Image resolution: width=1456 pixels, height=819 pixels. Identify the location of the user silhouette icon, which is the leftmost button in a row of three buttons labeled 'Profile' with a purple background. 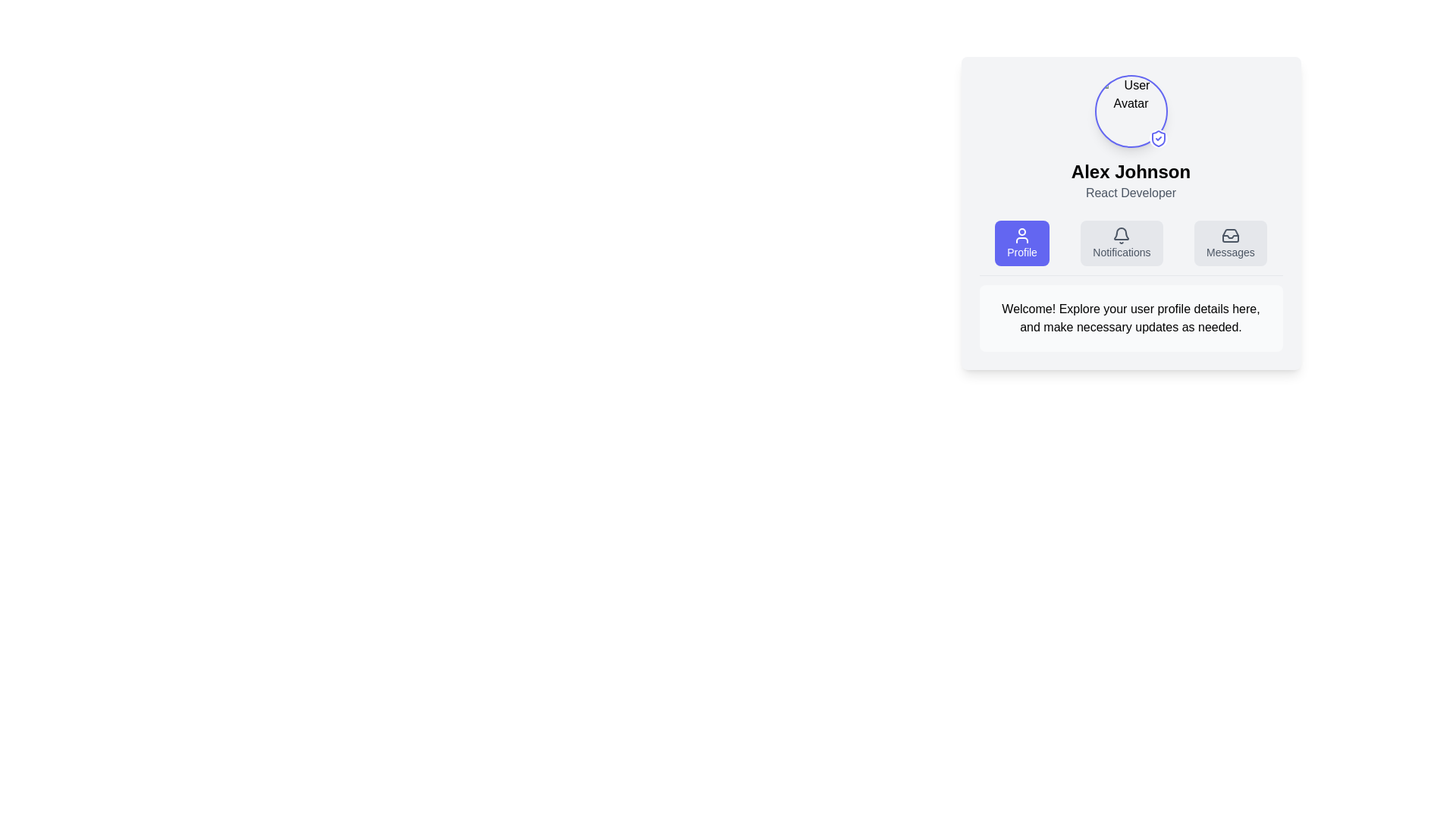
(1022, 236).